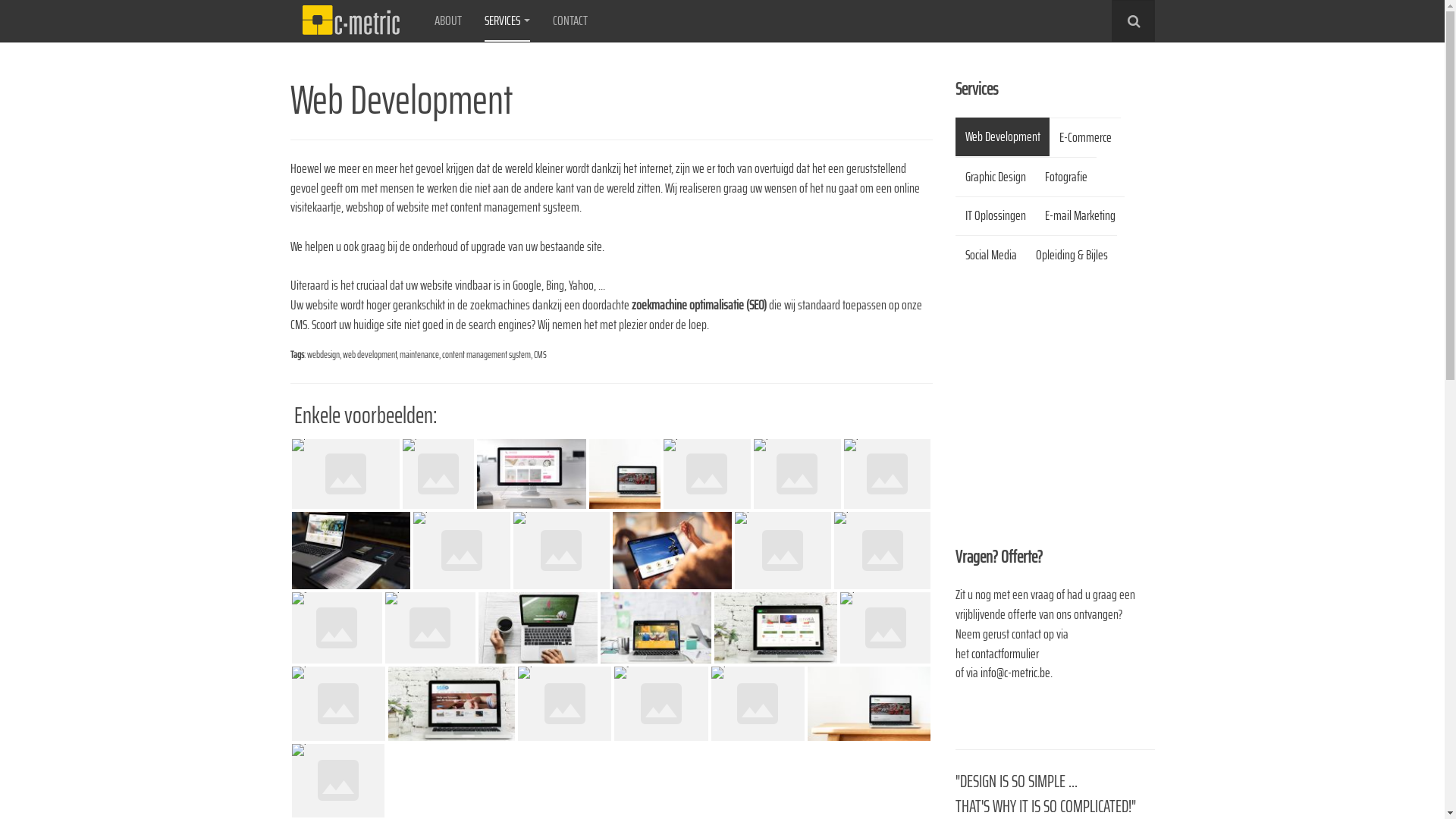 The width and height of the screenshot is (1456, 819). What do you see at coordinates (995, 216) in the screenshot?
I see `'IT Oplossingen'` at bounding box center [995, 216].